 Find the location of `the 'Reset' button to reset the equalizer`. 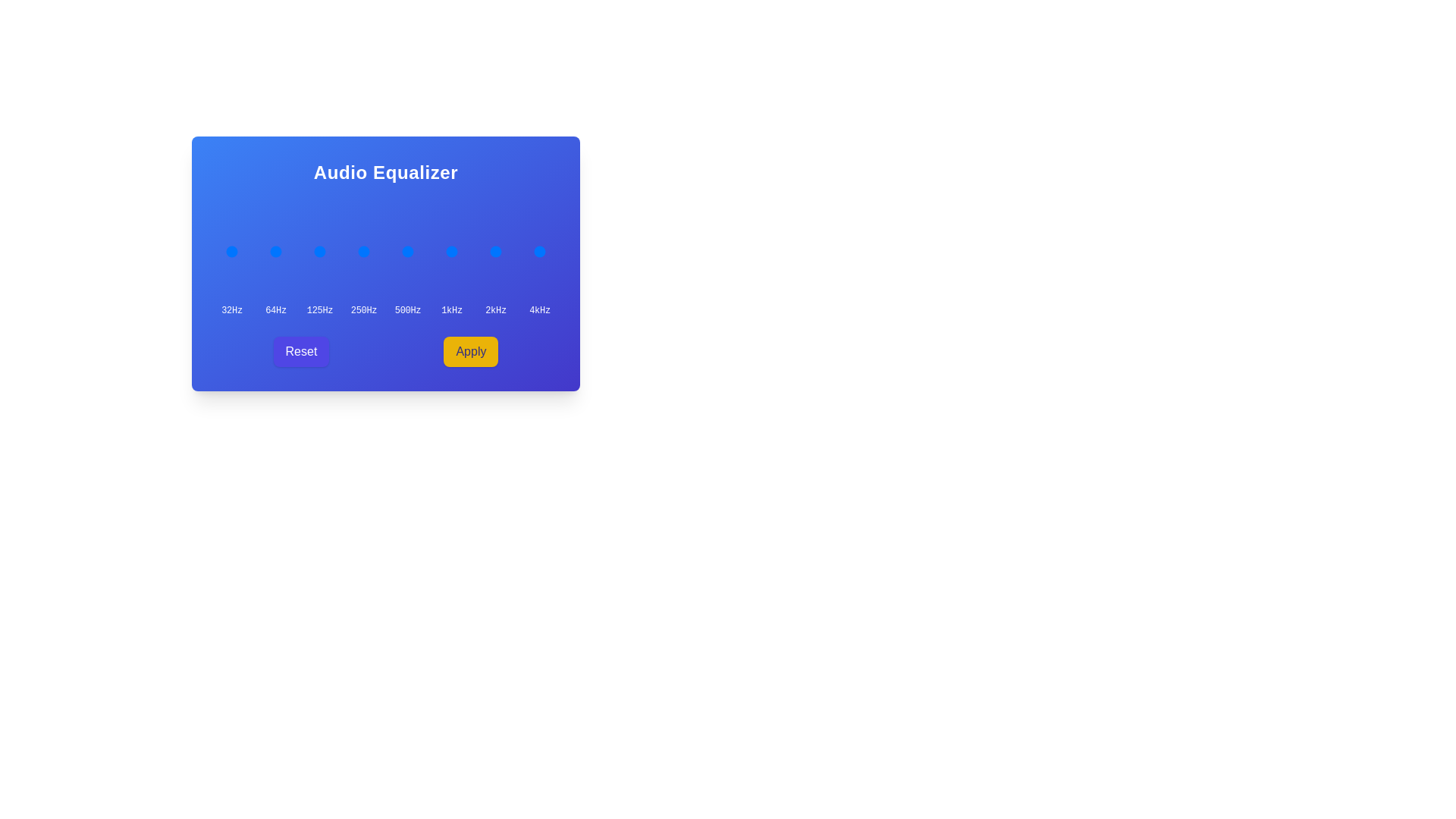

the 'Reset' button to reset the equalizer is located at coordinates (301, 351).